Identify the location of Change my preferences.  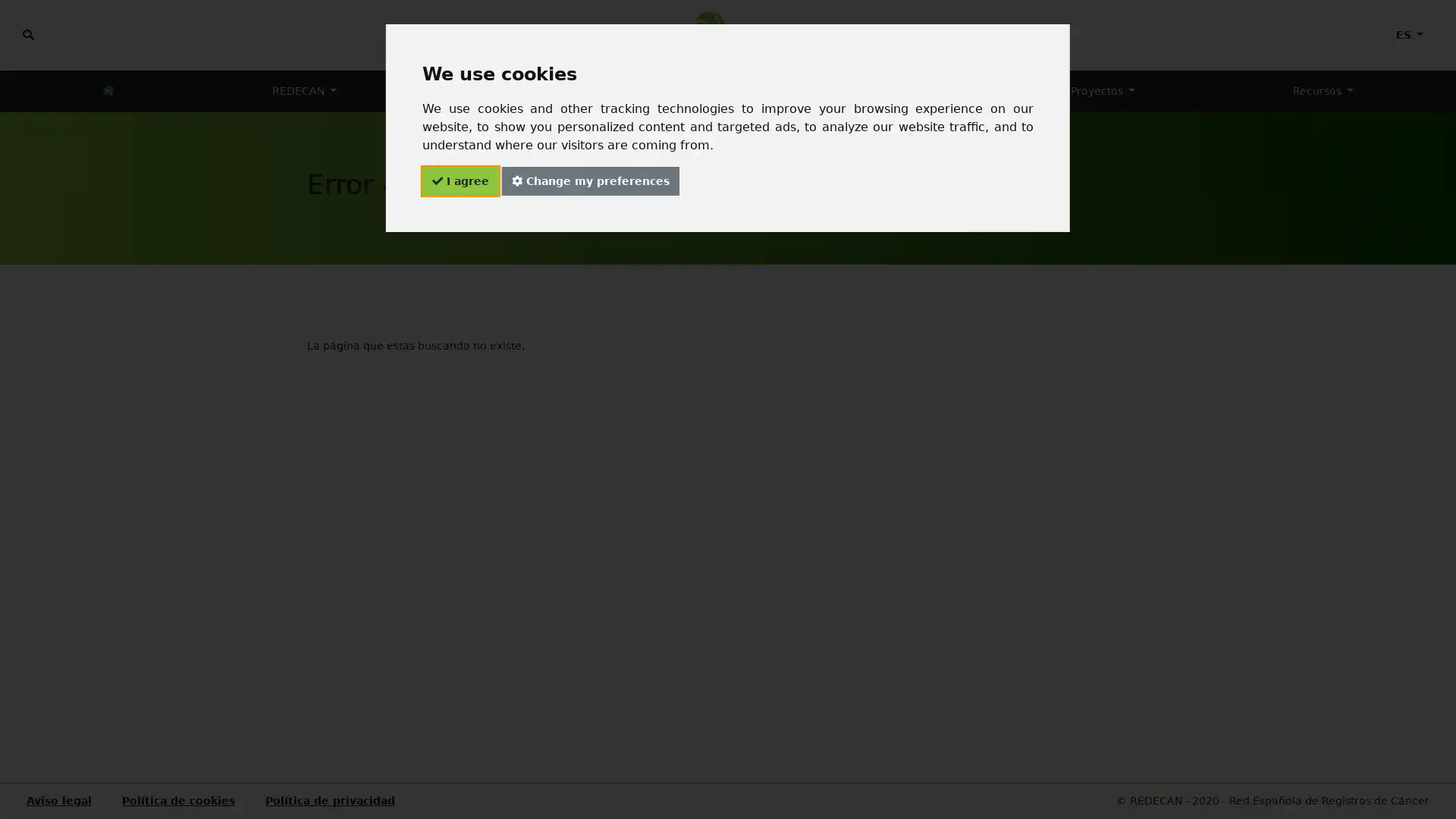
(588, 180).